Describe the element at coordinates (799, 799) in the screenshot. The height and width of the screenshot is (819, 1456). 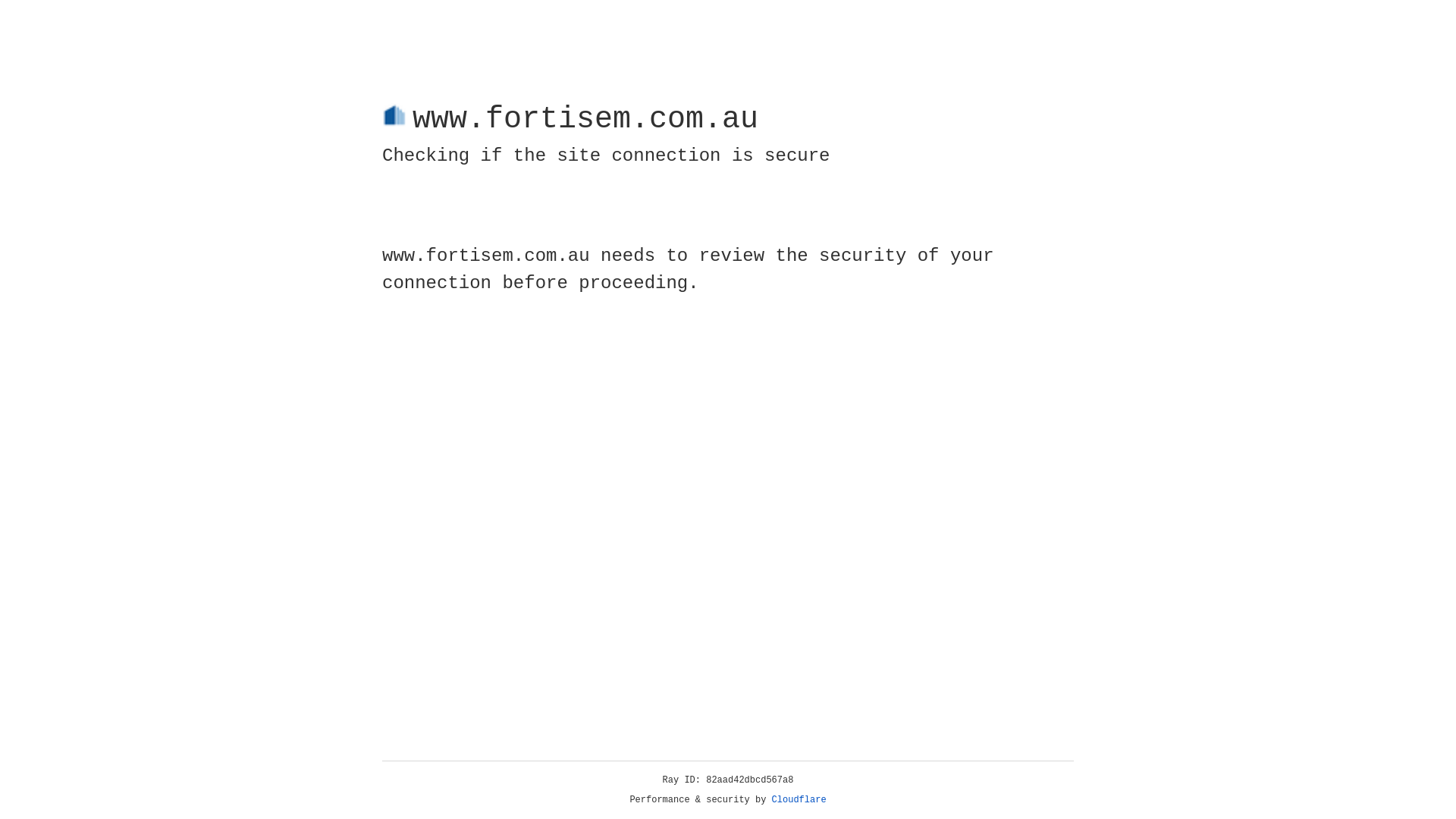
I see `'Cloudflare'` at that location.